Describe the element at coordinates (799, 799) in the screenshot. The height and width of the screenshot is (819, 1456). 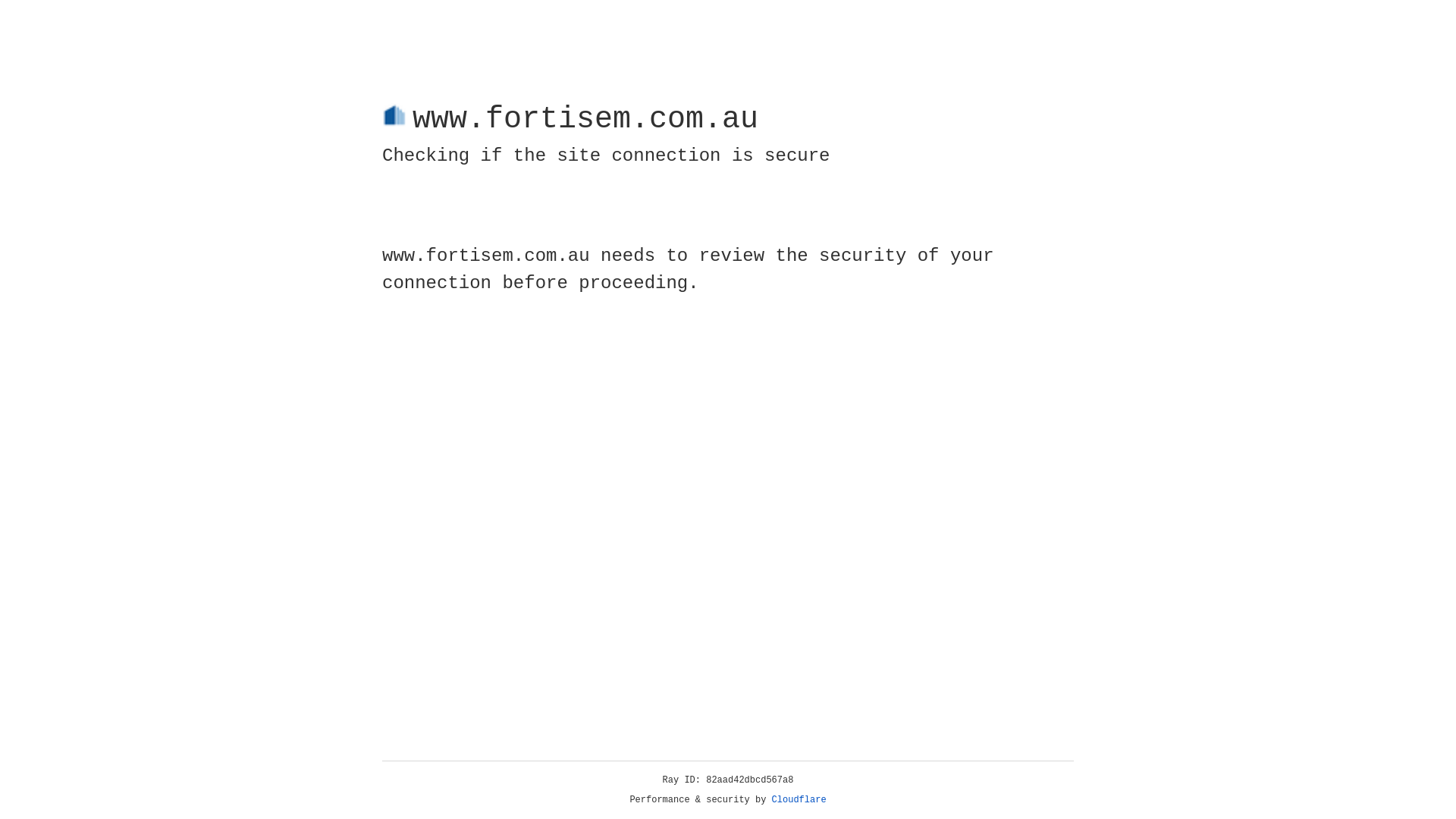
I see `'Cloudflare'` at that location.